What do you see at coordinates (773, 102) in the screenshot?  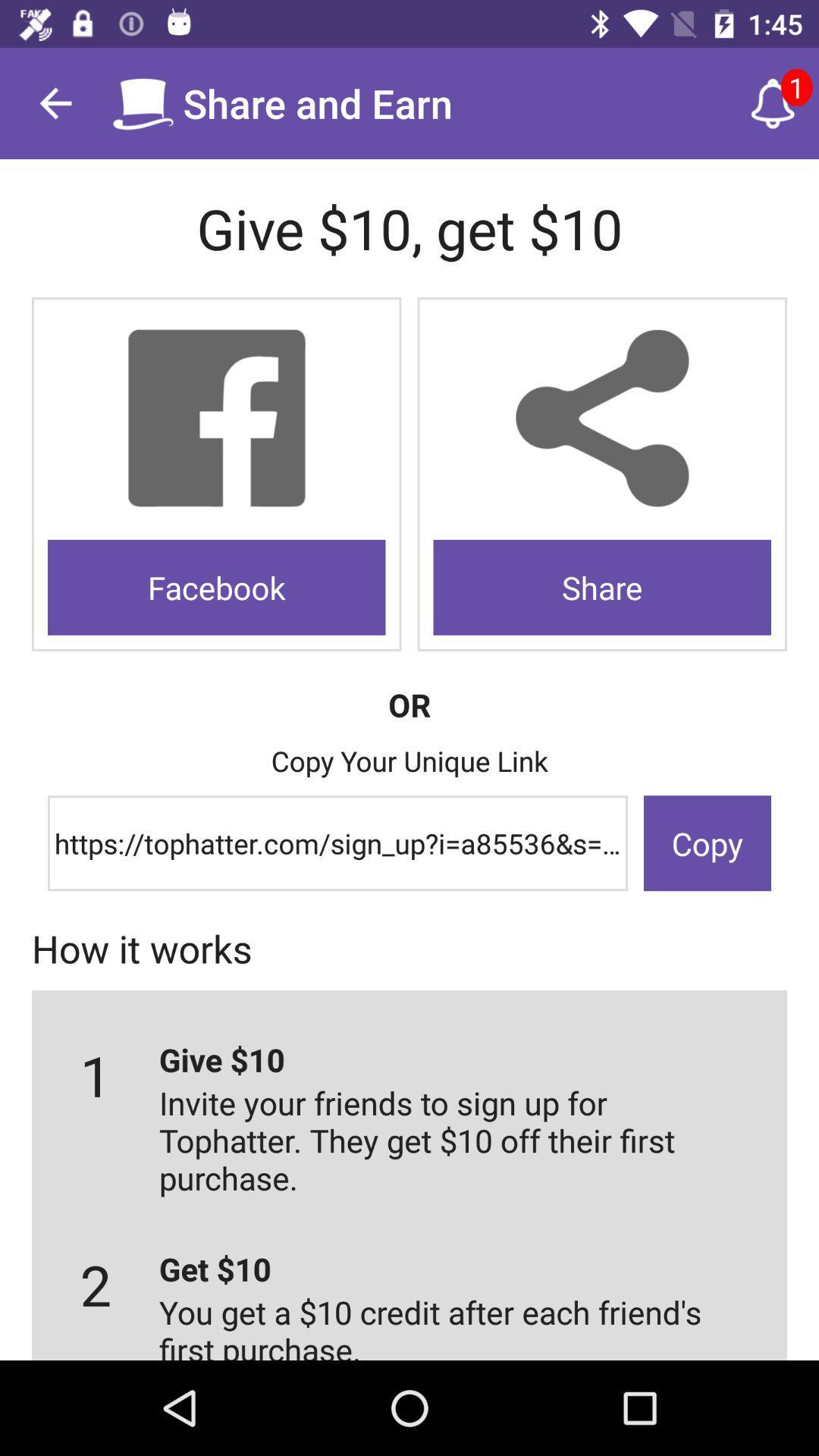 I see `notification` at bounding box center [773, 102].